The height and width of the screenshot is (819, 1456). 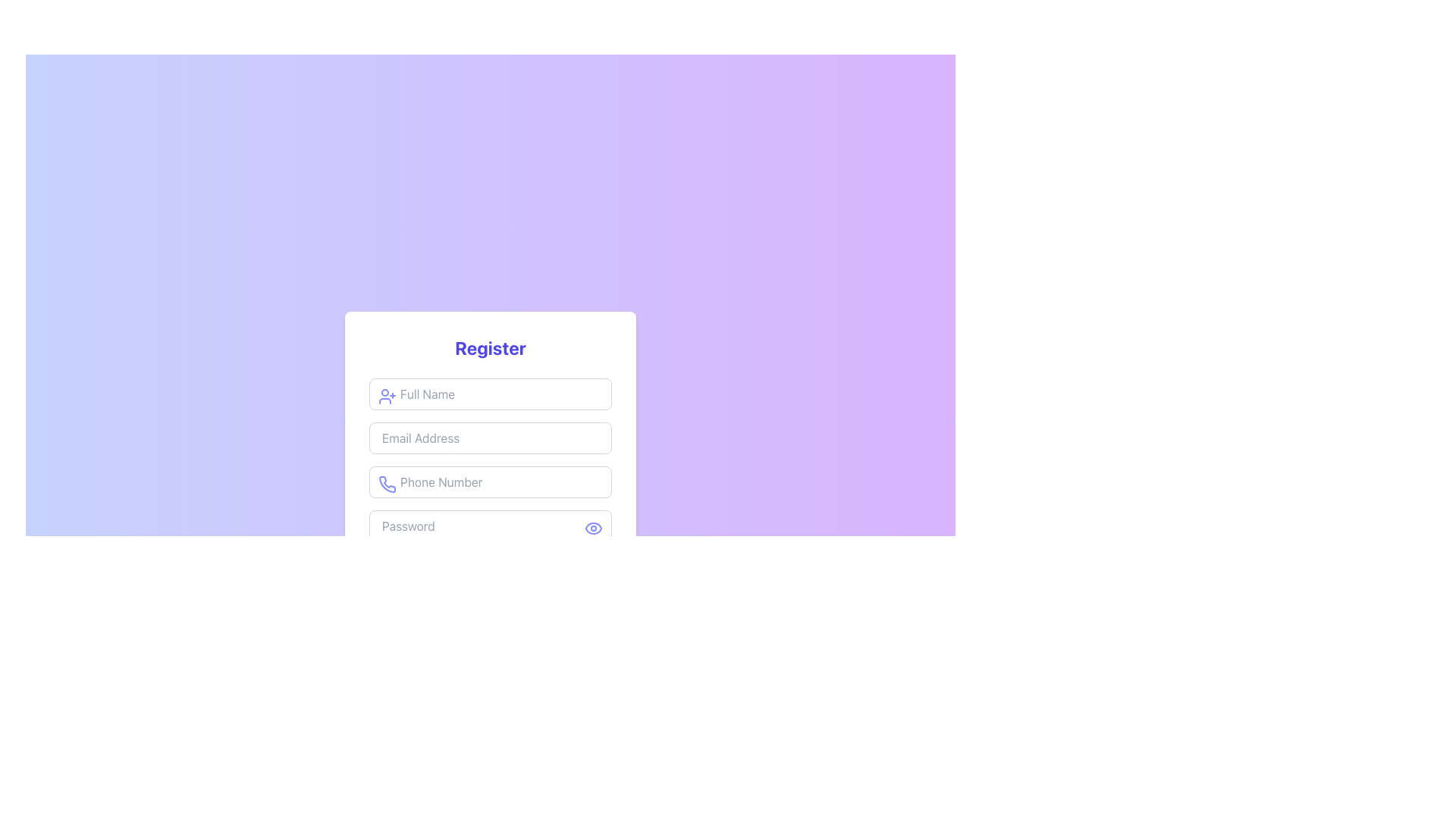 I want to click on the user icon with an addition symbol, styled with a purple tint, located at the top-left corner of the 'Full Name' text input field in the registration form, so click(x=387, y=396).